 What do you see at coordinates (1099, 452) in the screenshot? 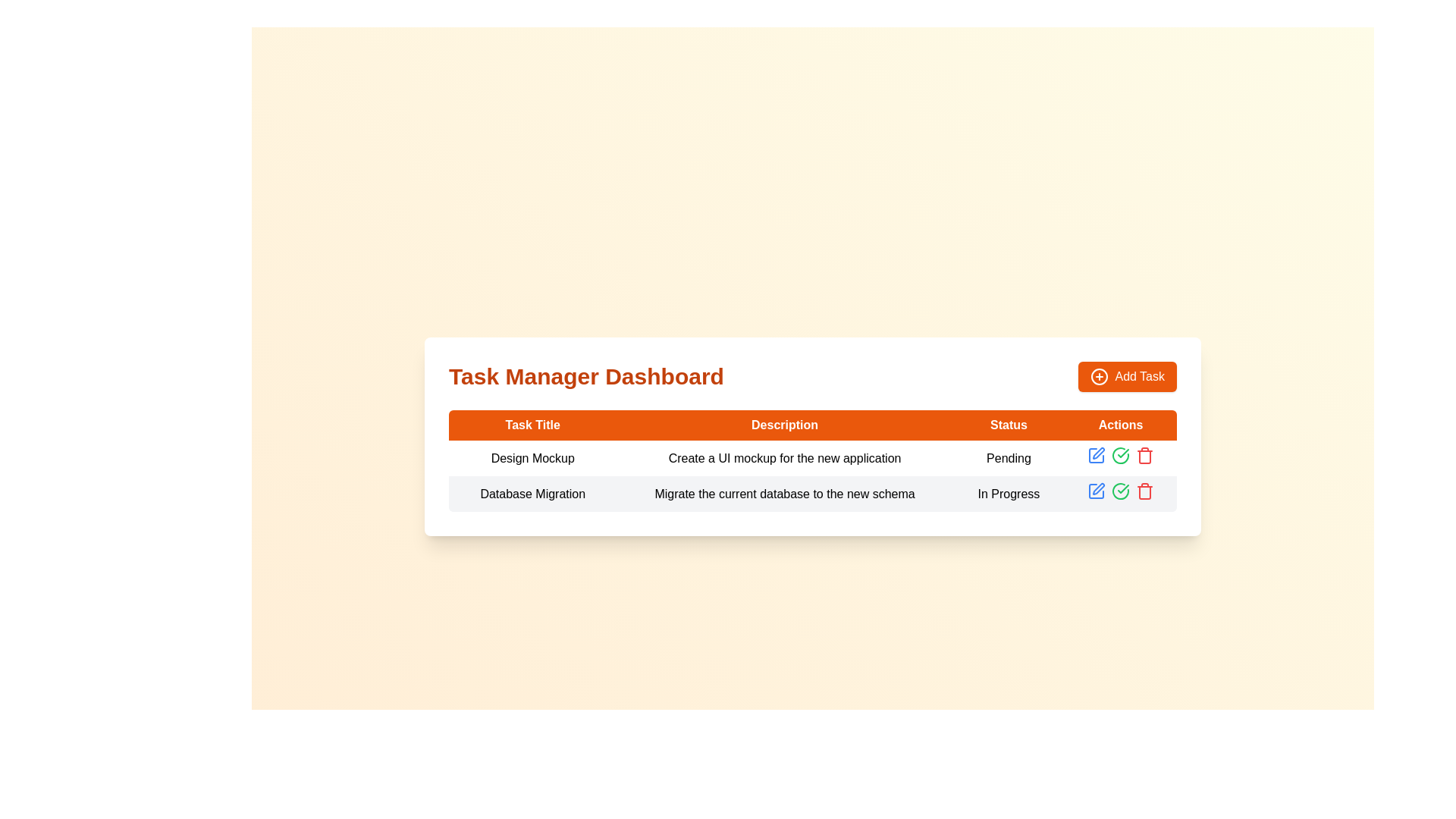
I see `the edit icon in the 'Actions' column of the second row of the task list` at bounding box center [1099, 452].